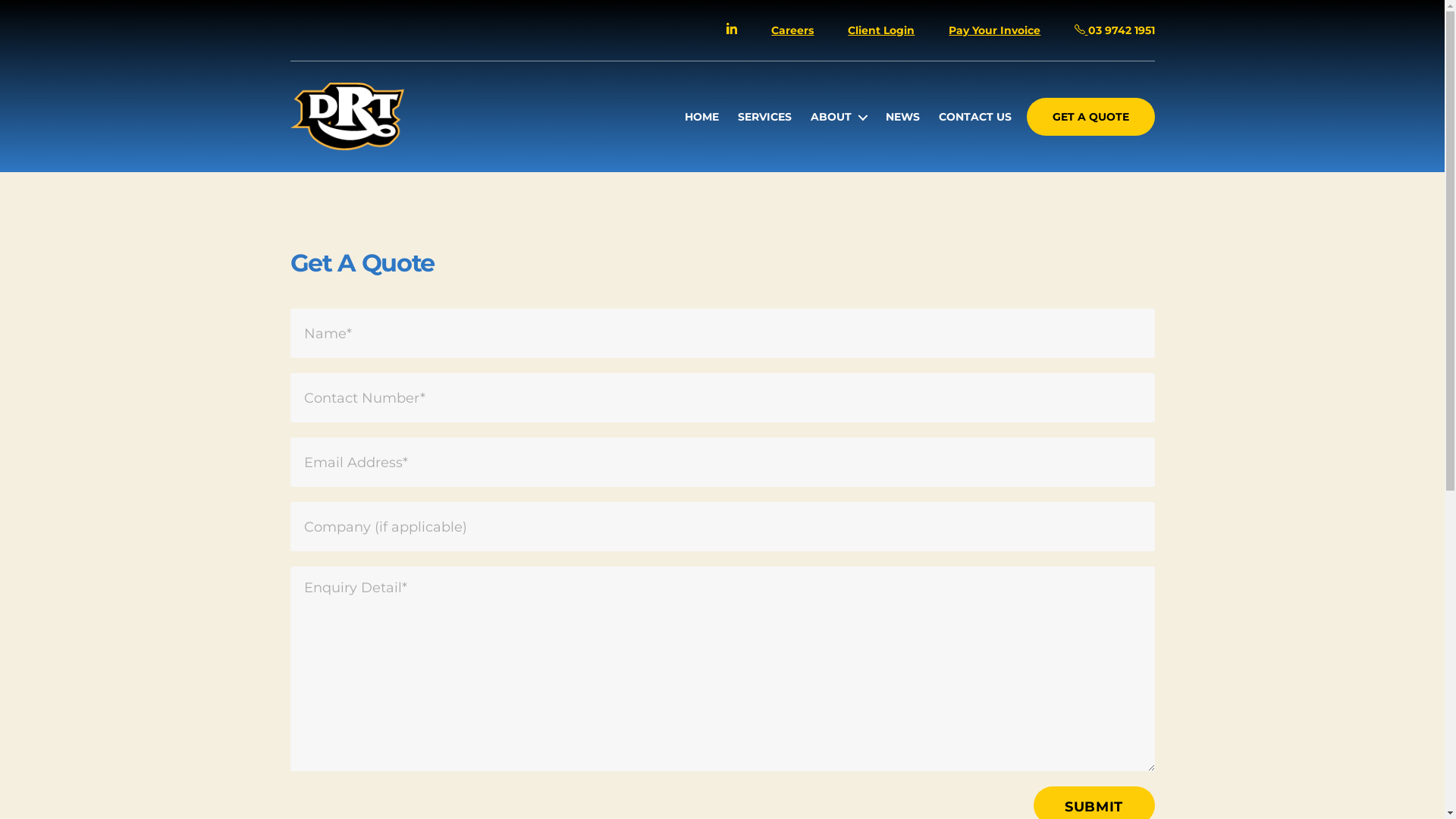 This screenshot has height=819, width=1456. I want to click on 'Client Login', so click(880, 30).